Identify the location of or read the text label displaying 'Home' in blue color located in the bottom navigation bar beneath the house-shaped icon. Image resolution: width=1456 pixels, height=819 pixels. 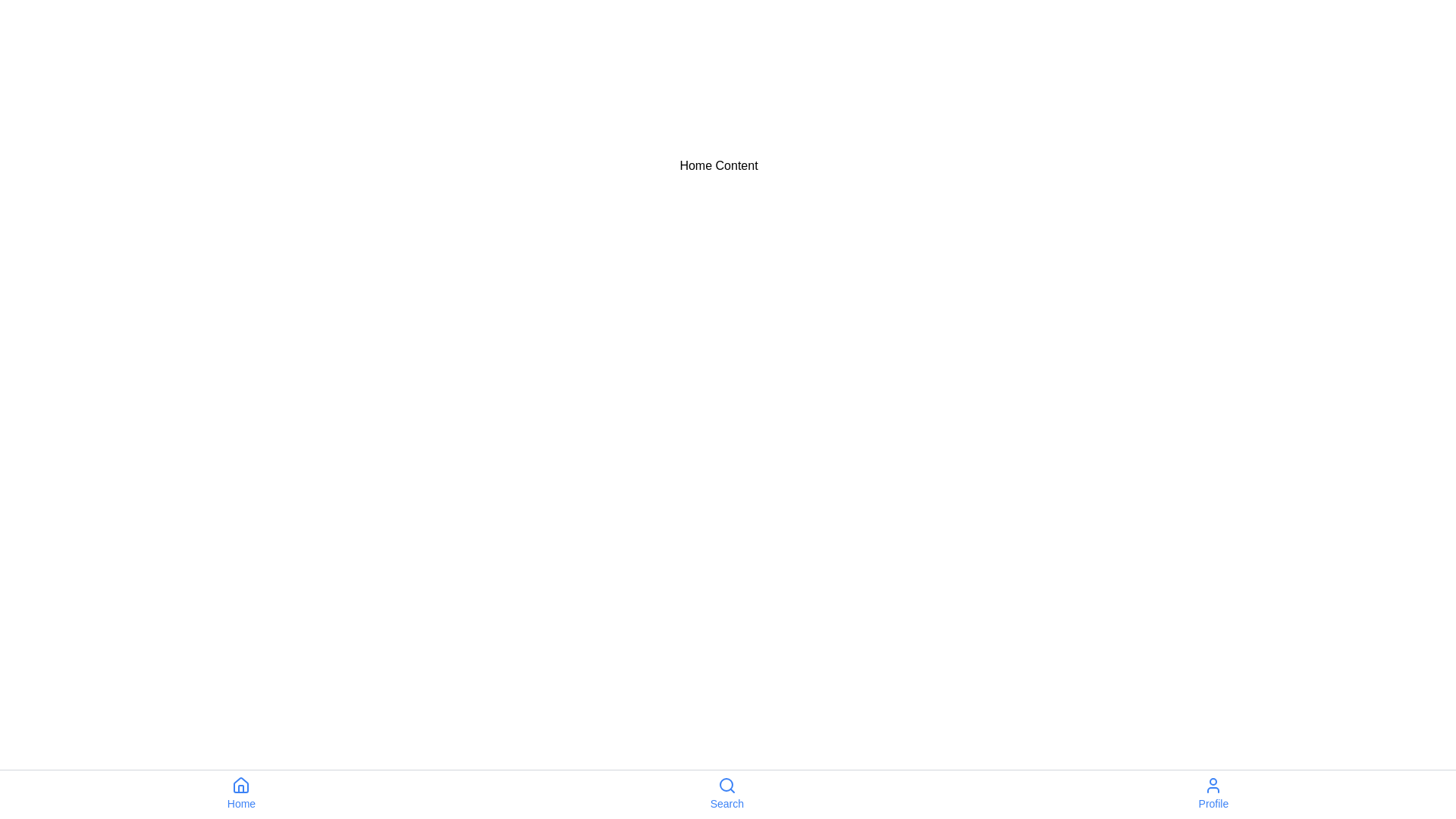
(240, 803).